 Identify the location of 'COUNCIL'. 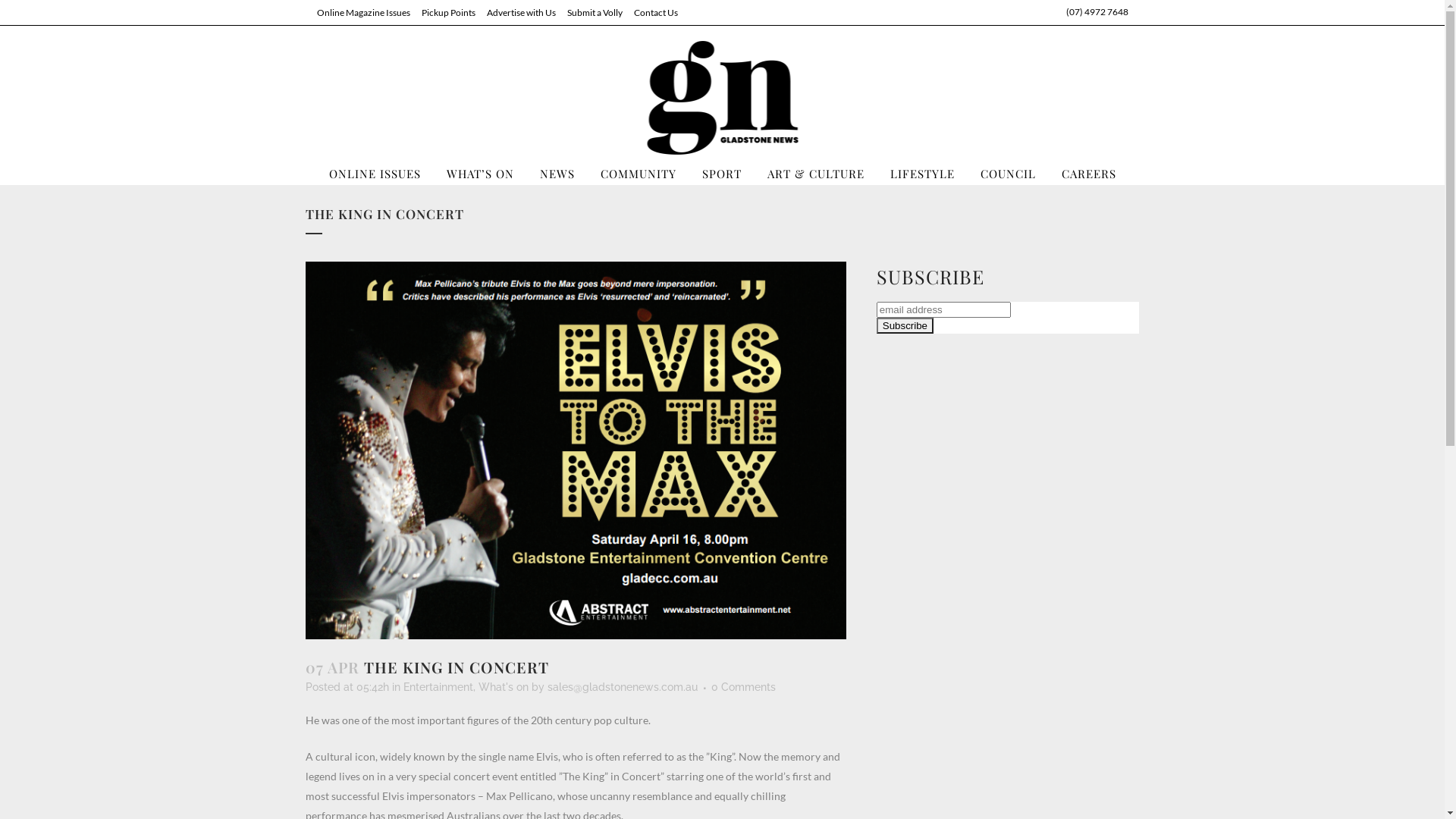
(967, 172).